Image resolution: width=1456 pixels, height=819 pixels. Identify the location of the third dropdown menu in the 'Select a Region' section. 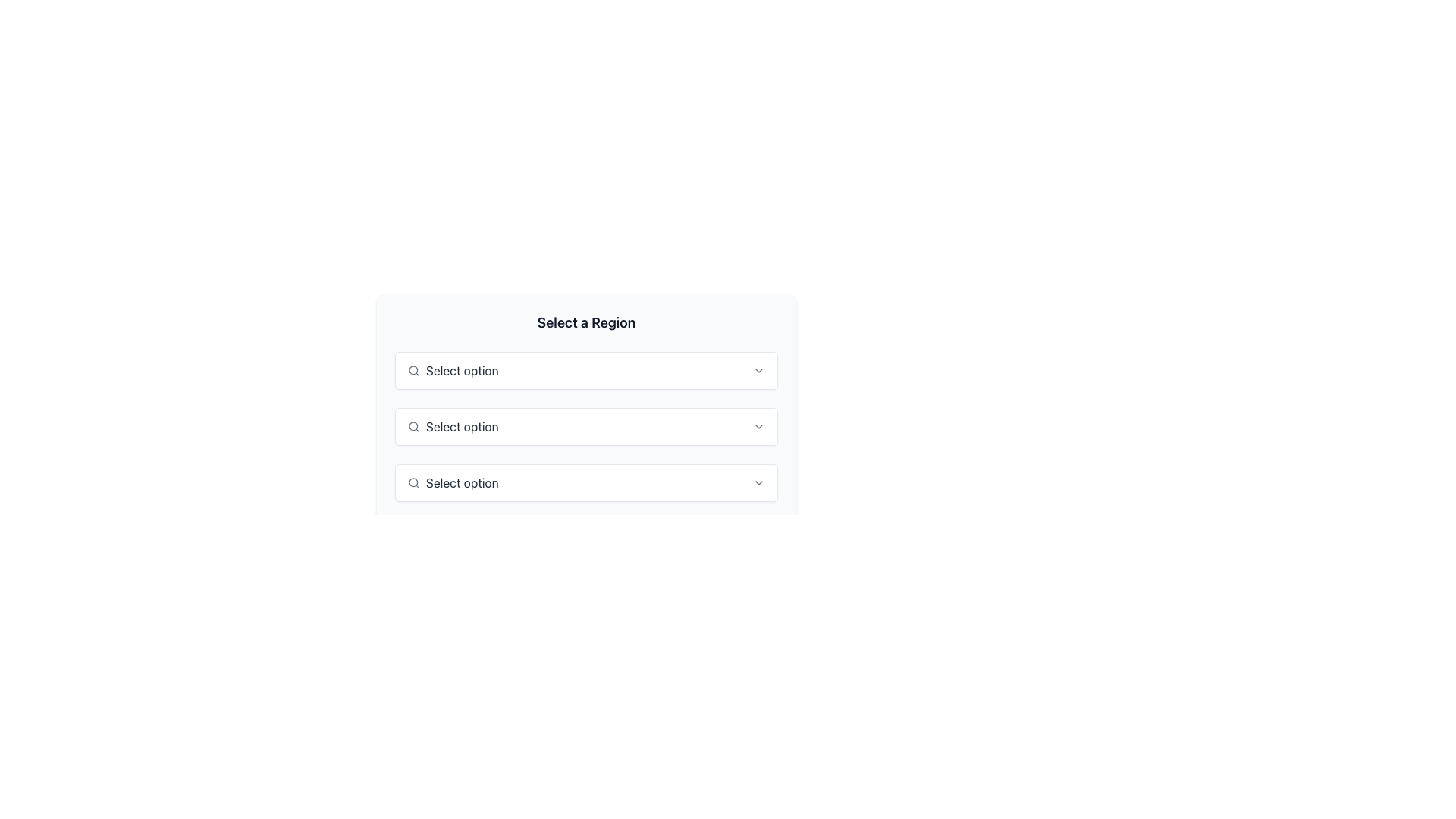
(585, 482).